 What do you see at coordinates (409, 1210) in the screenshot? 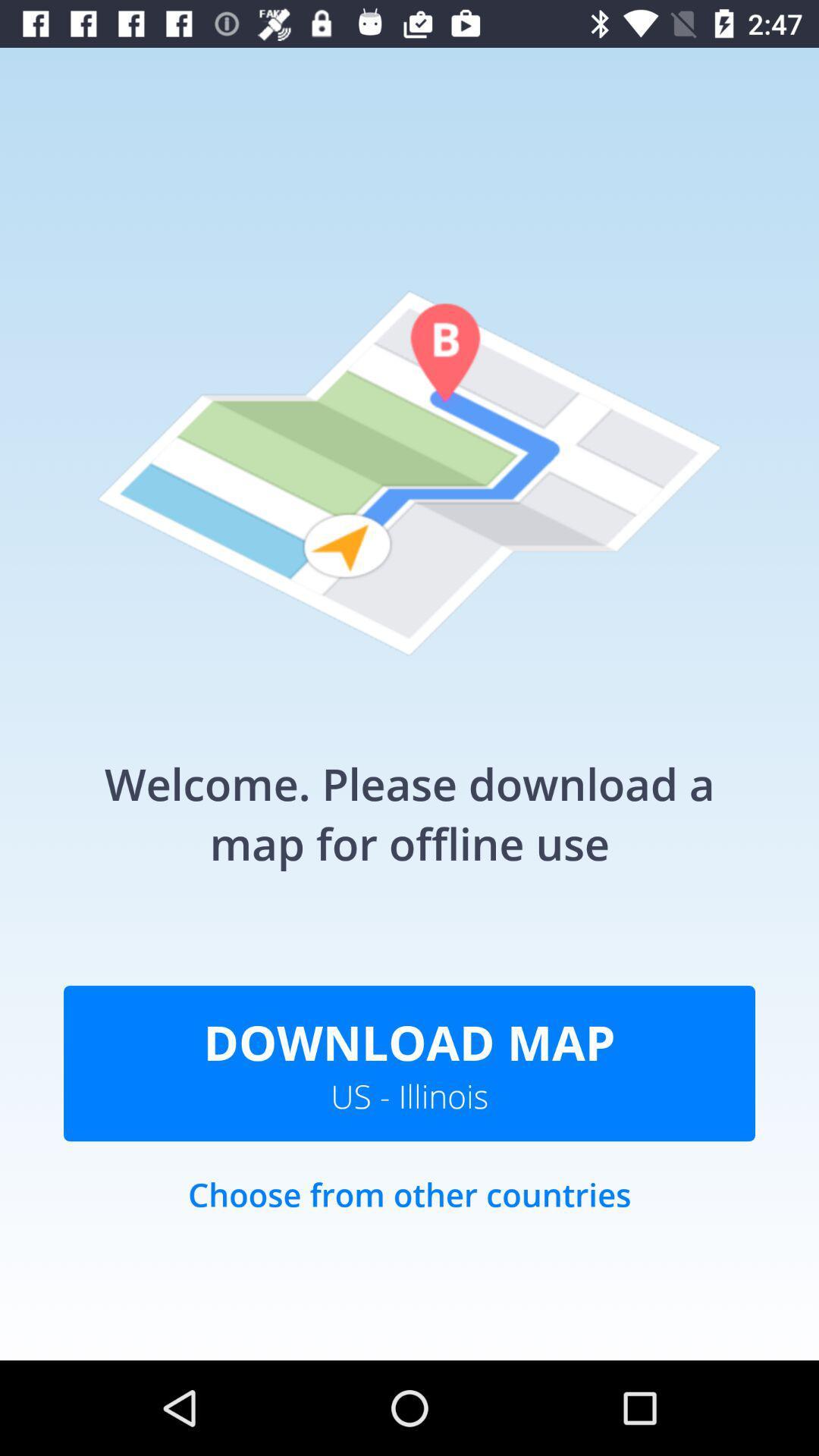
I see `item below the us - illinois item` at bounding box center [409, 1210].